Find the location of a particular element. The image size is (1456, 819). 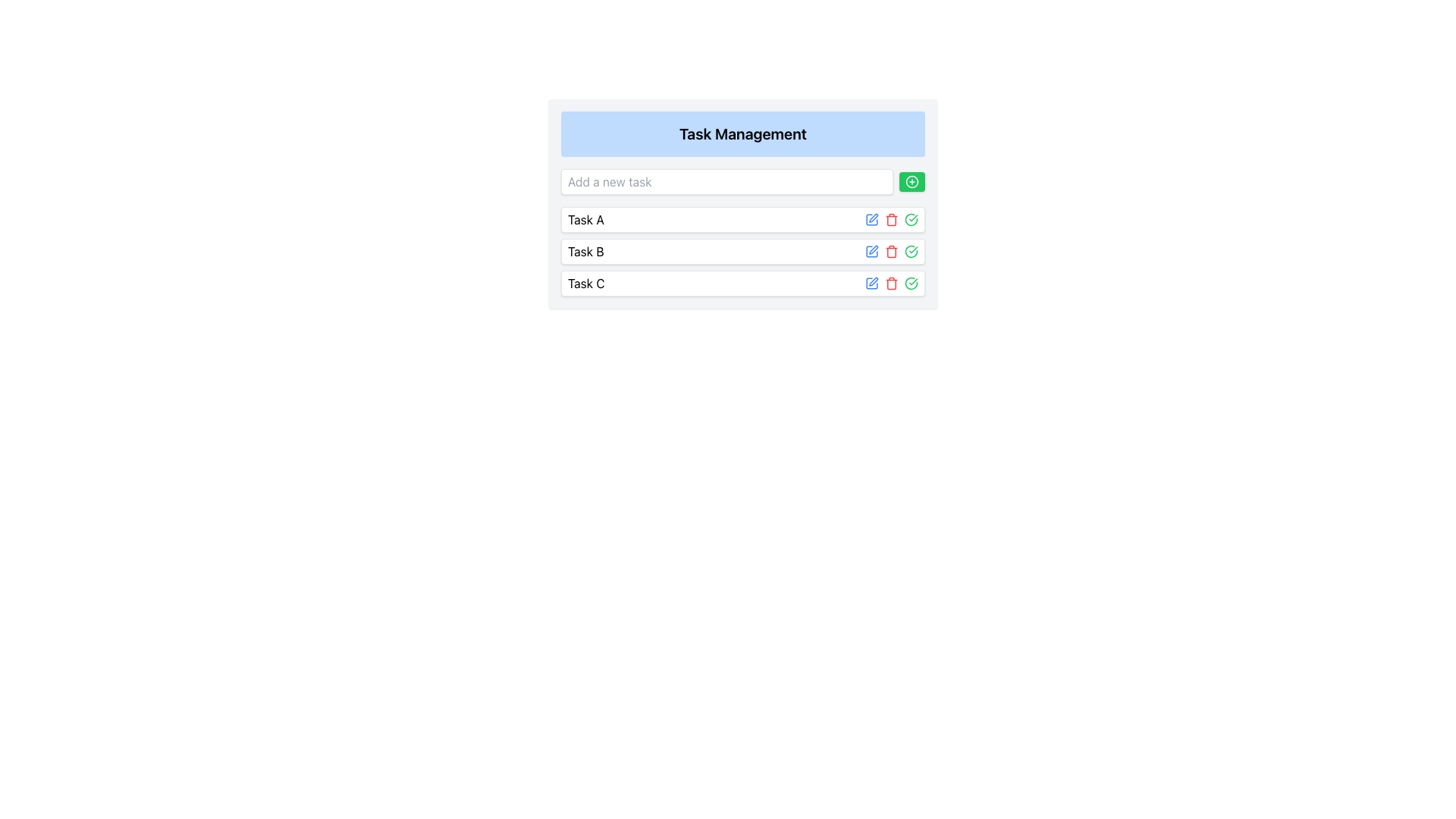

the green circular icon button with a checkmark in the center, located in the rightmost position of the last row under the 'Task Management' heading, to mark 'Task C' as complete is located at coordinates (910, 250).